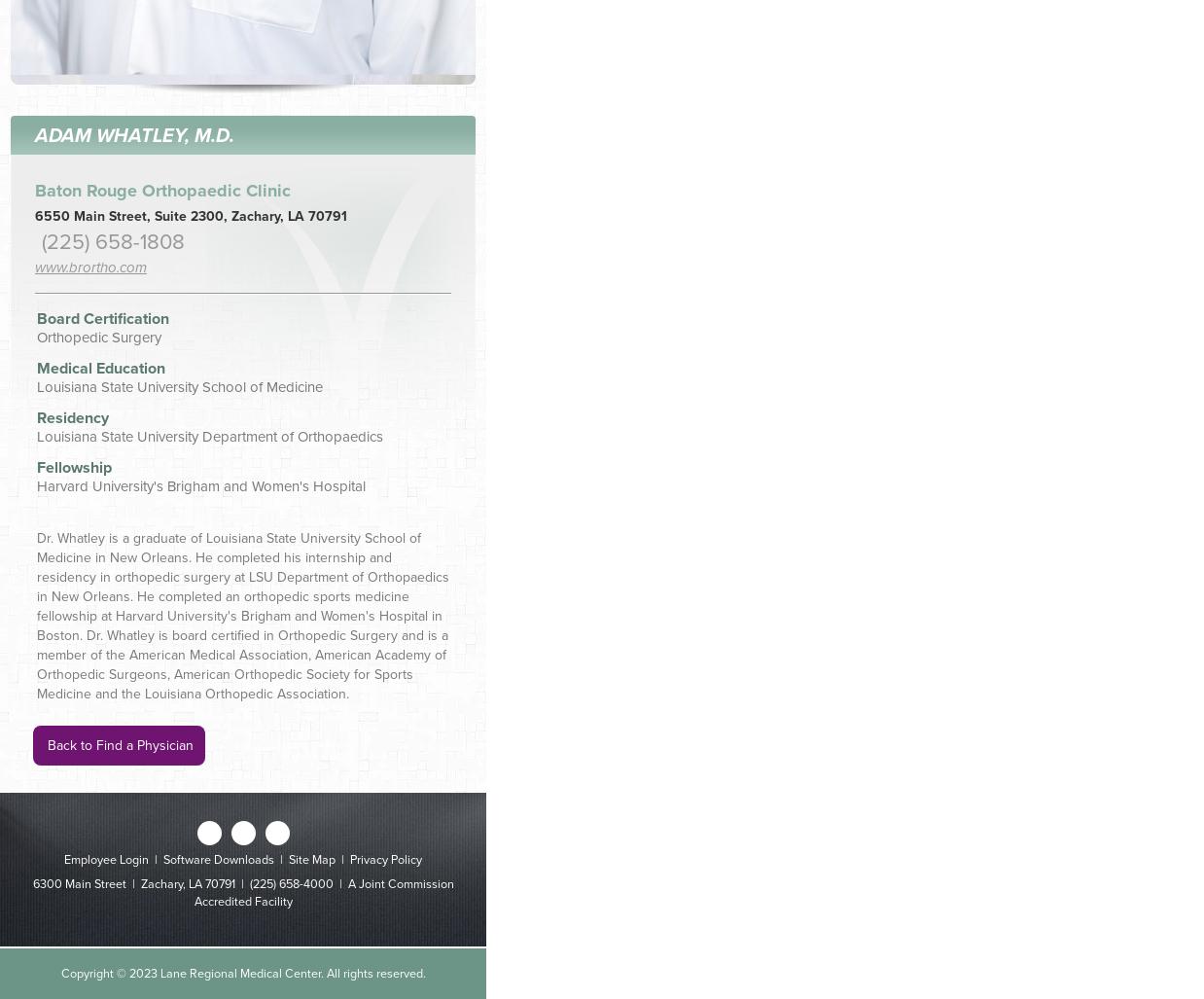 This screenshot has height=999, width=1204. Describe the element at coordinates (106, 858) in the screenshot. I see `'Employee Login'` at that location.